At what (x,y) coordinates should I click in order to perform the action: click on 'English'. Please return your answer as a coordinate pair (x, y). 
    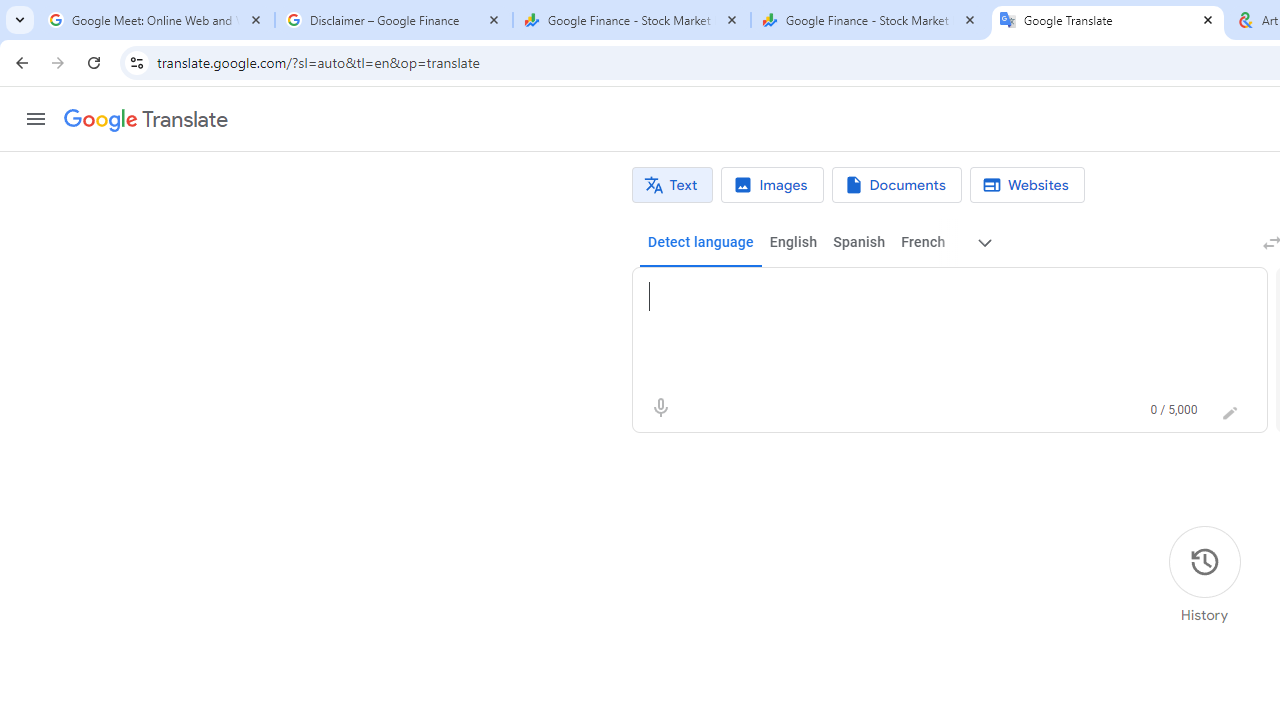
    Looking at the image, I should click on (792, 242).